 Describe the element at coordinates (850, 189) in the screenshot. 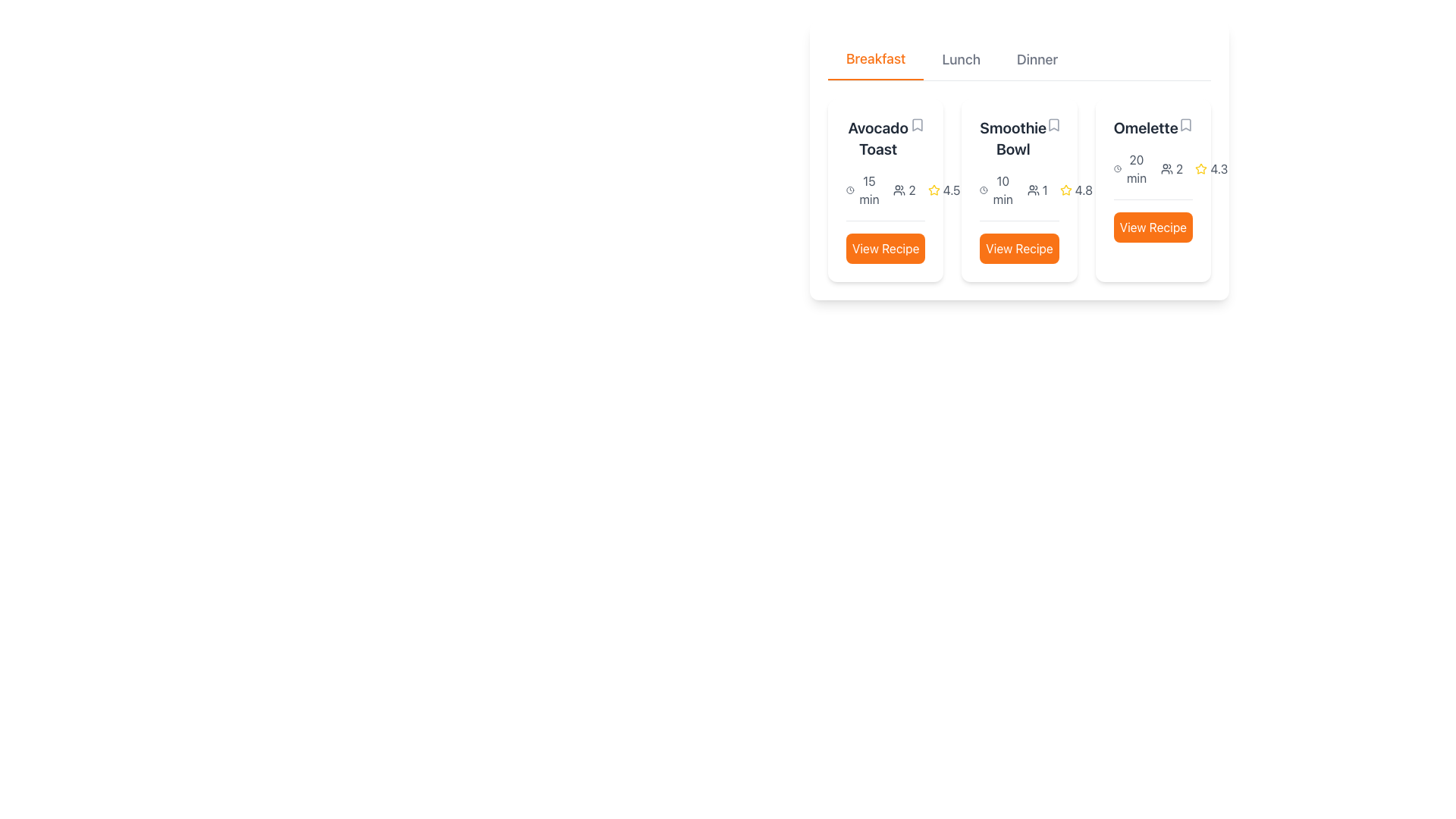

I see `the clock icon, which is styled with circular and pointer components and located leftmost in the '15 min' text grouping` at that location.